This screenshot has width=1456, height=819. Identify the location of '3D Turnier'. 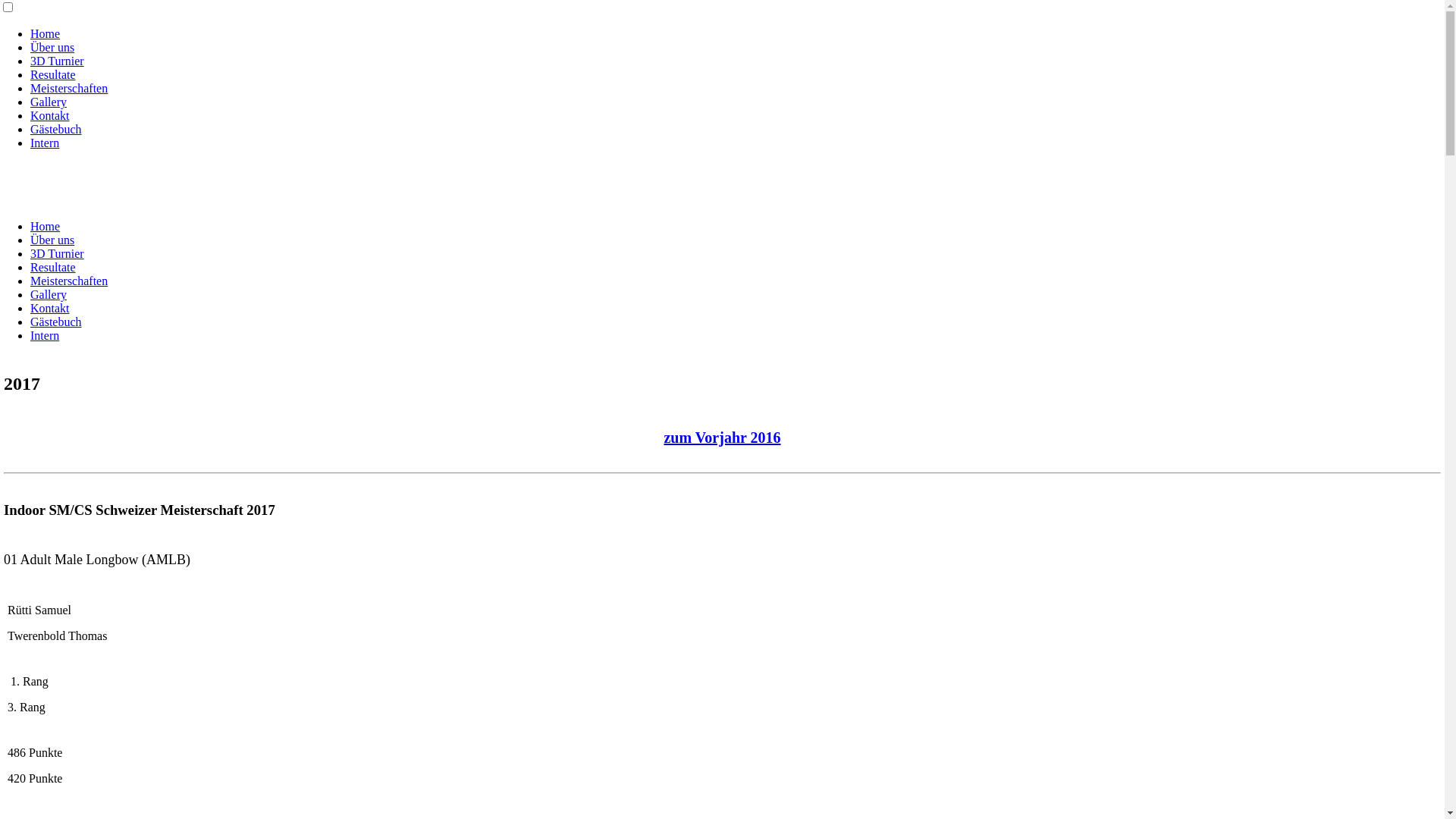
(57, 60).